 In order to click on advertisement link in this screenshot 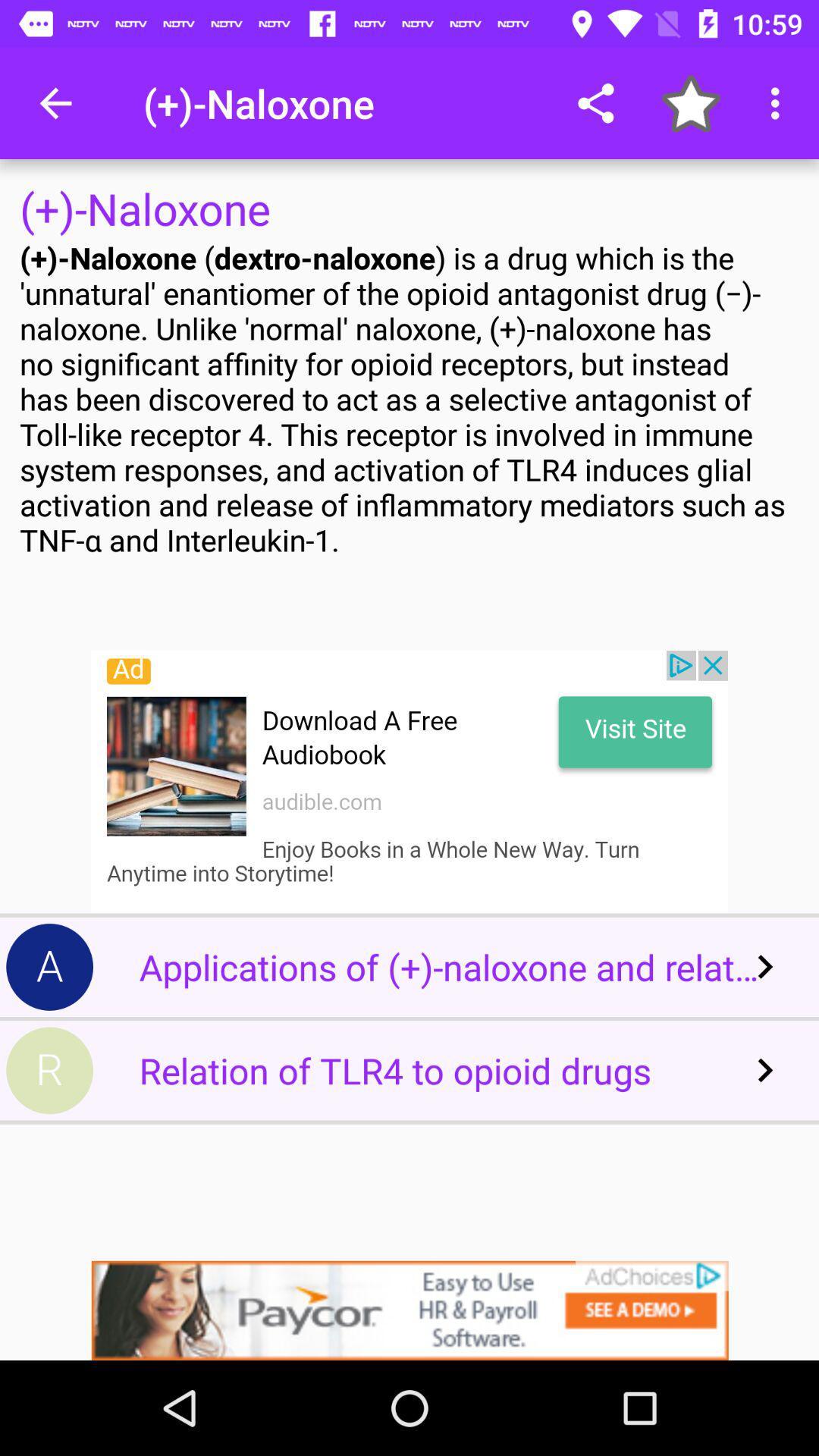, I will do `click(409, 782)`.